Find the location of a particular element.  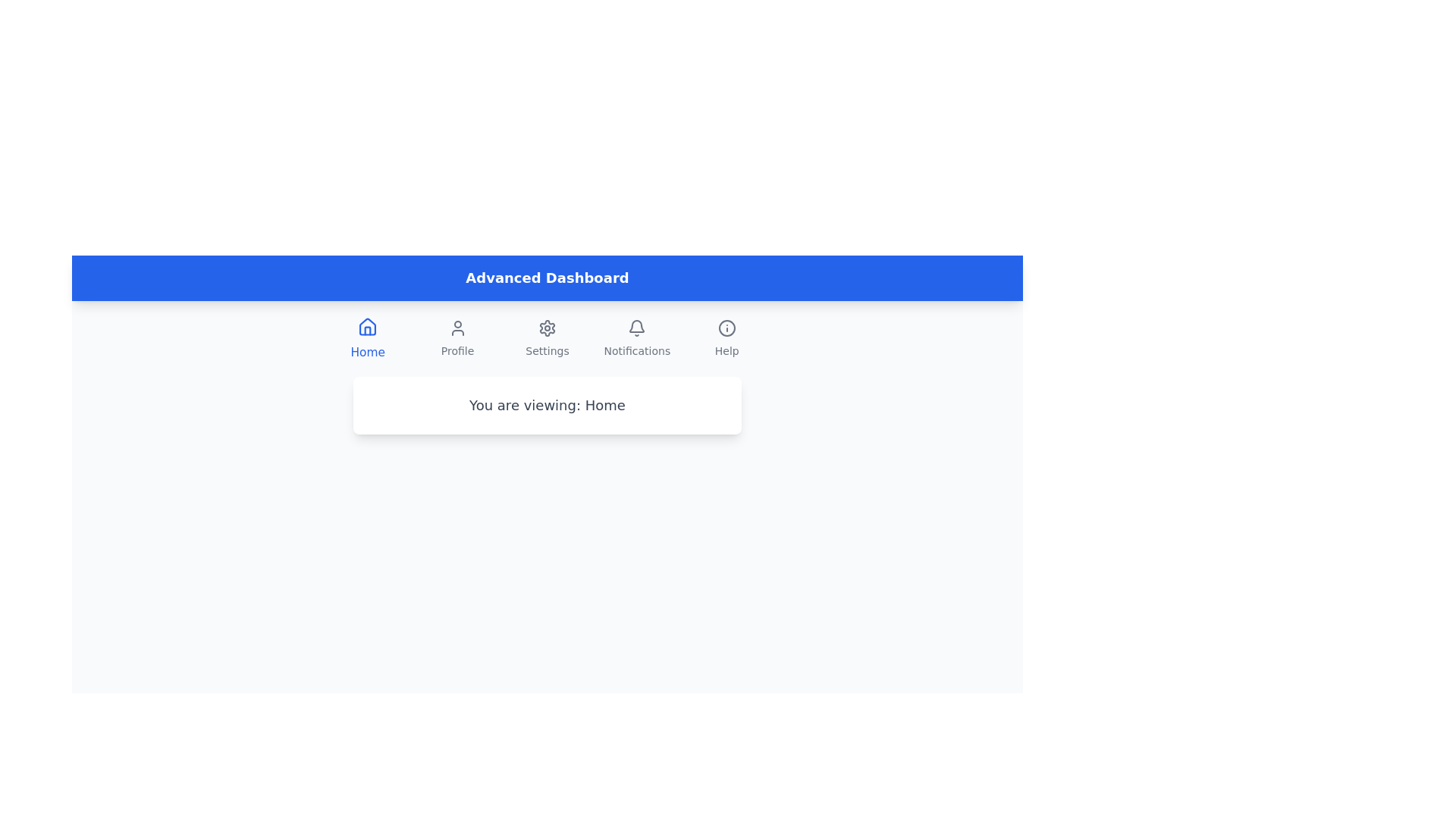

the door part of the house icon representing the 'Home' section of the navigation bar located at the top-left corner is located at coordinates (368, 330).